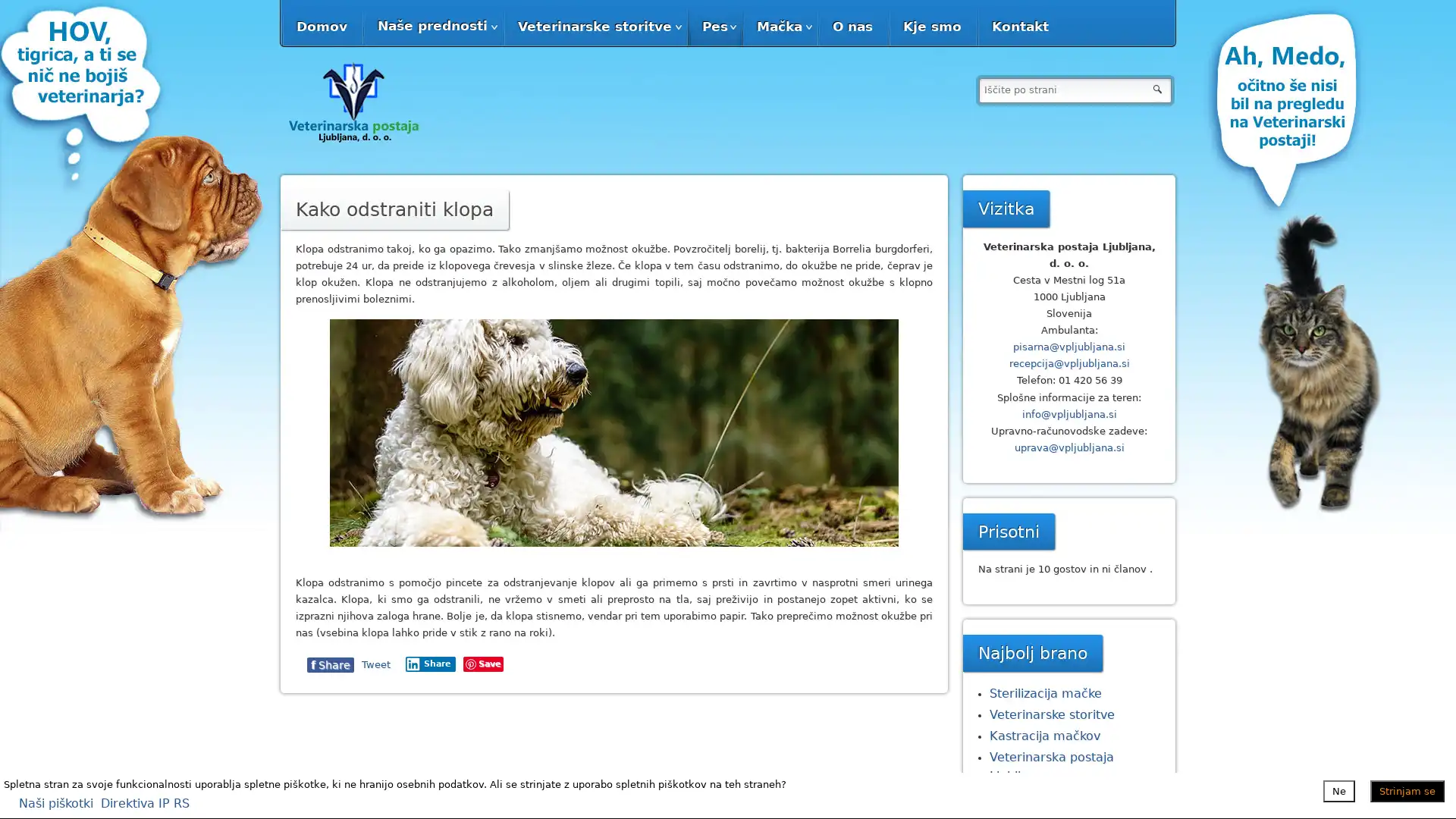 Image resolution: width=1456 pixels, height=819 pixels. Describe the element at coordinates (526, 663) in the screenshot. I see `Share` at that location.